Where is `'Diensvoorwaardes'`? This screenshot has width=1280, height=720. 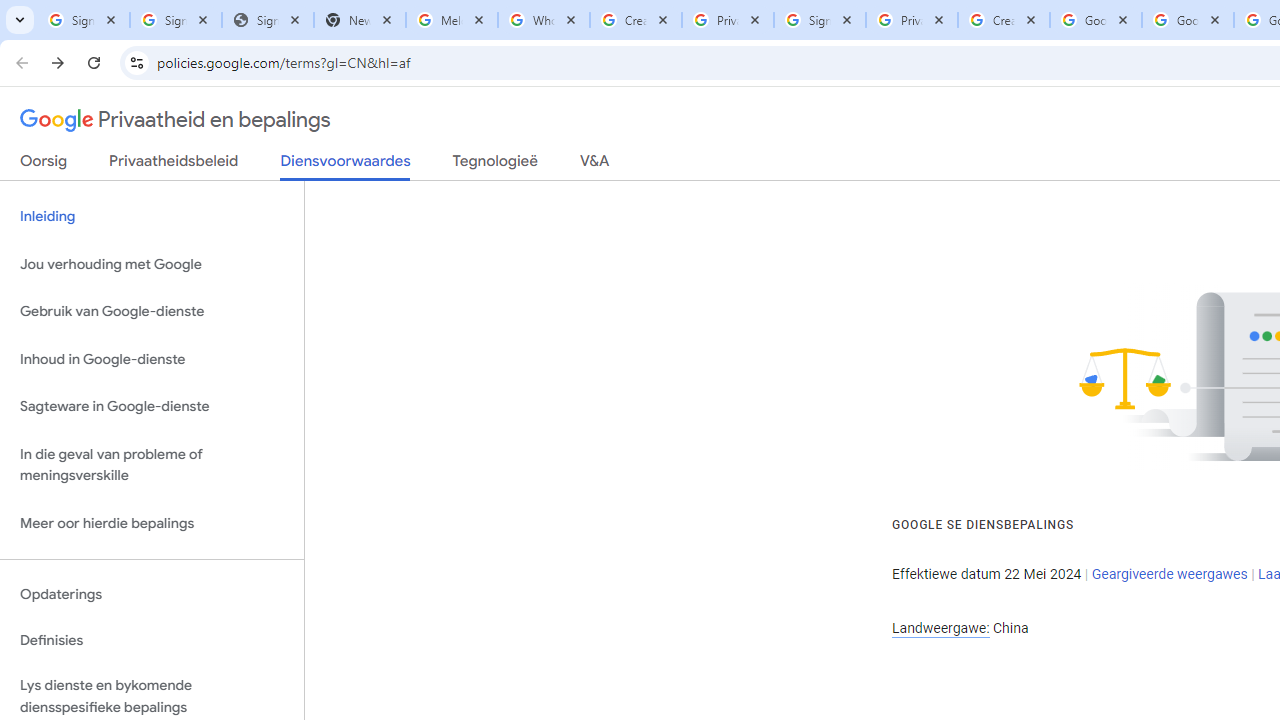
'Diensvoorwaardes' is located at coordinates (345, 165).